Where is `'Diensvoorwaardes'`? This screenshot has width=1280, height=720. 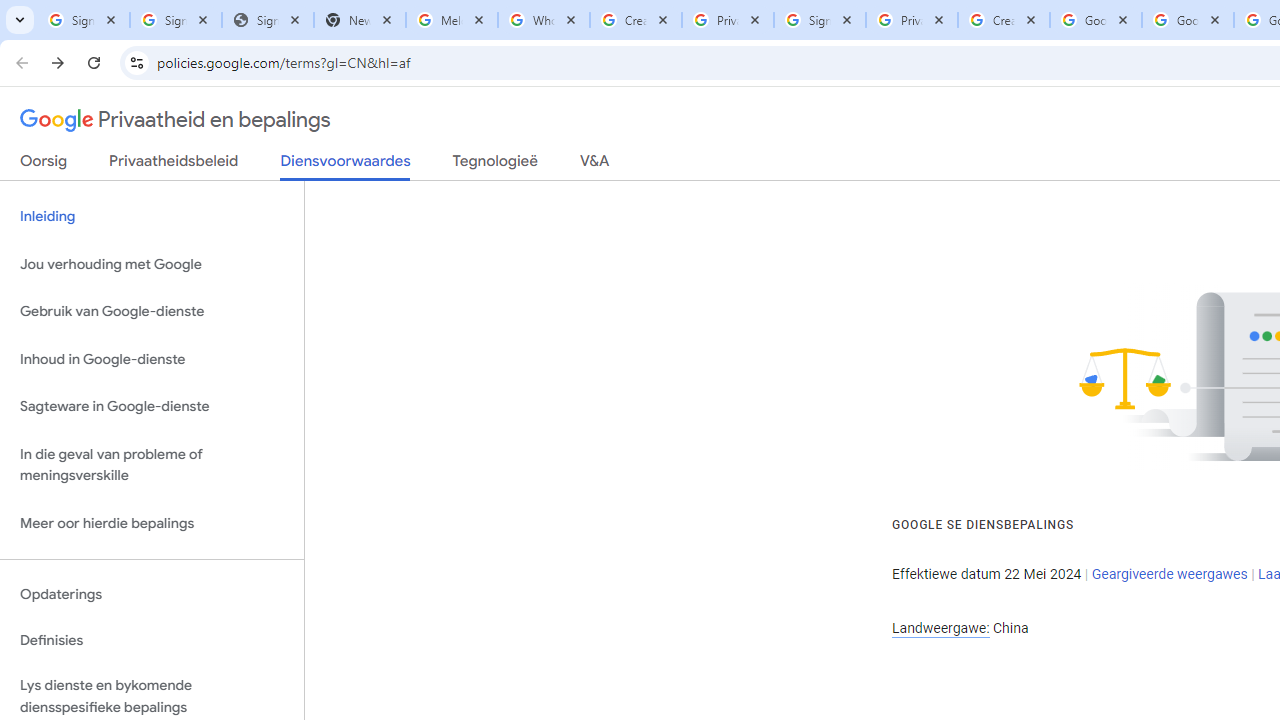
'Diensvoorwaardes' is located at coordinates (345, 165).